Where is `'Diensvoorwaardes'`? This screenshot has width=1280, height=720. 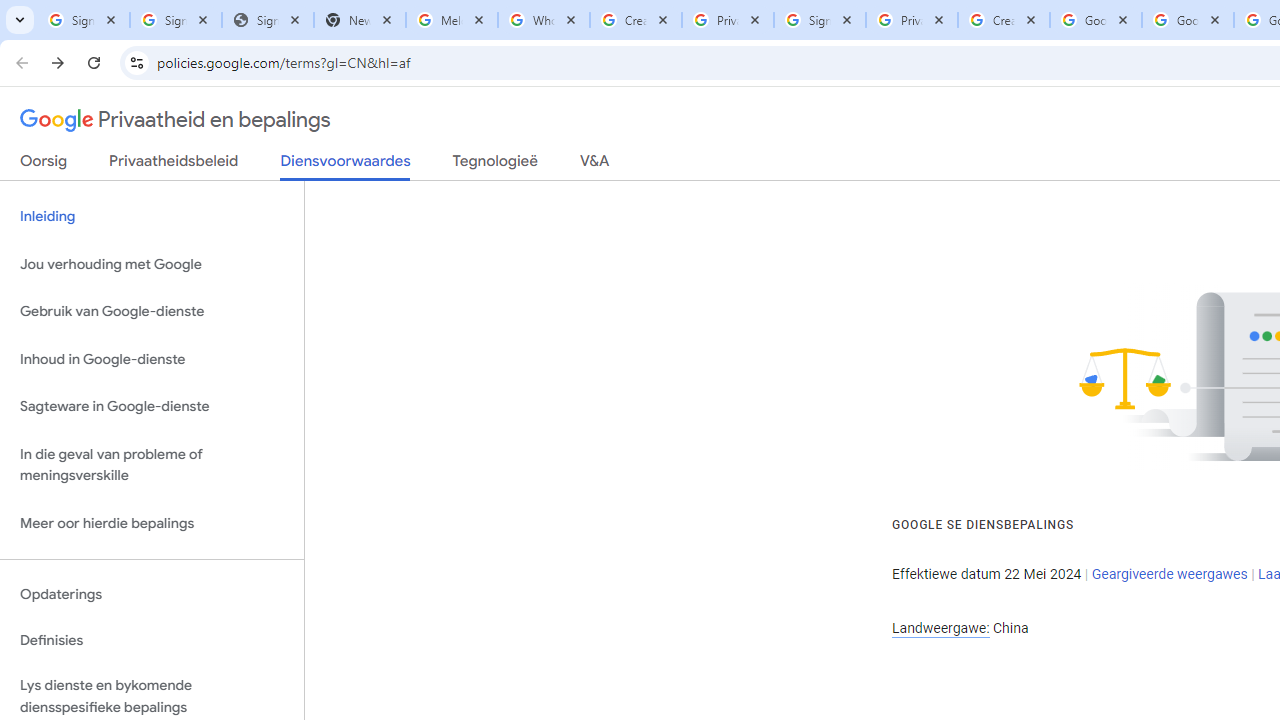
'Diensvoorwaardes' is located at coordinates (345, 165).